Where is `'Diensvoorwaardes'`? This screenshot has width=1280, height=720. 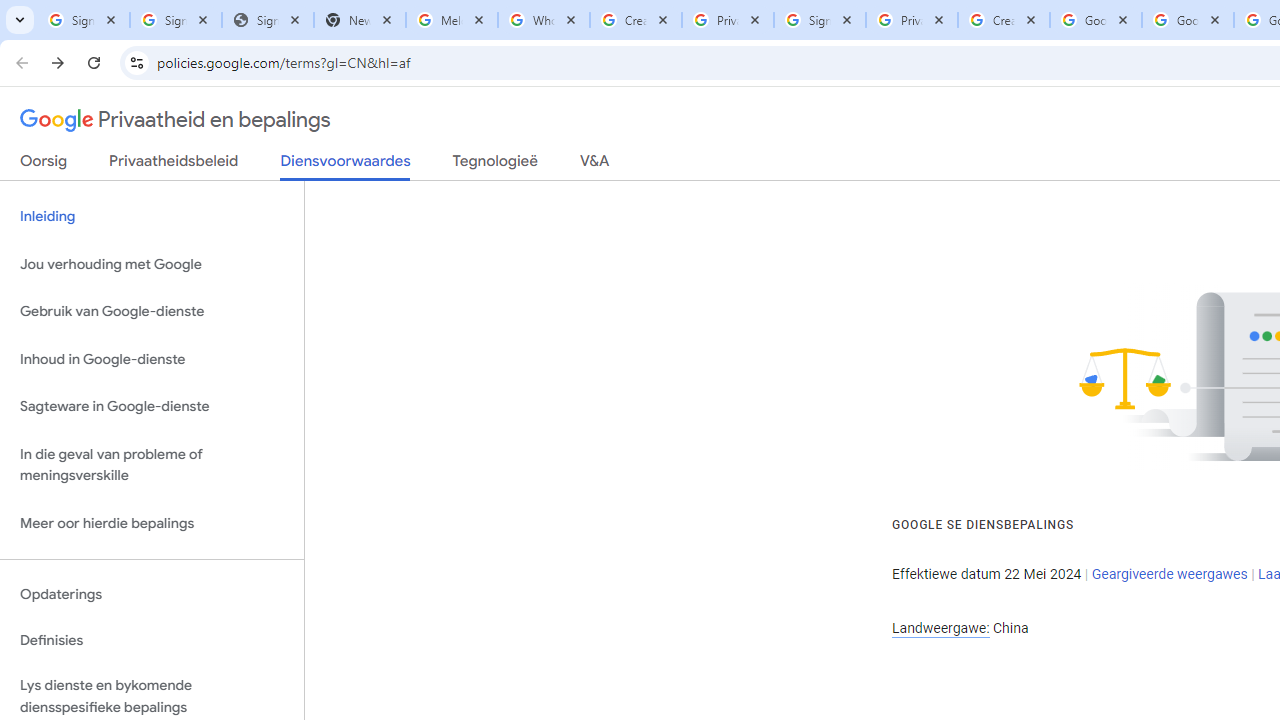
'Diensvoorwaardes' is located at coordinates (345, 165).